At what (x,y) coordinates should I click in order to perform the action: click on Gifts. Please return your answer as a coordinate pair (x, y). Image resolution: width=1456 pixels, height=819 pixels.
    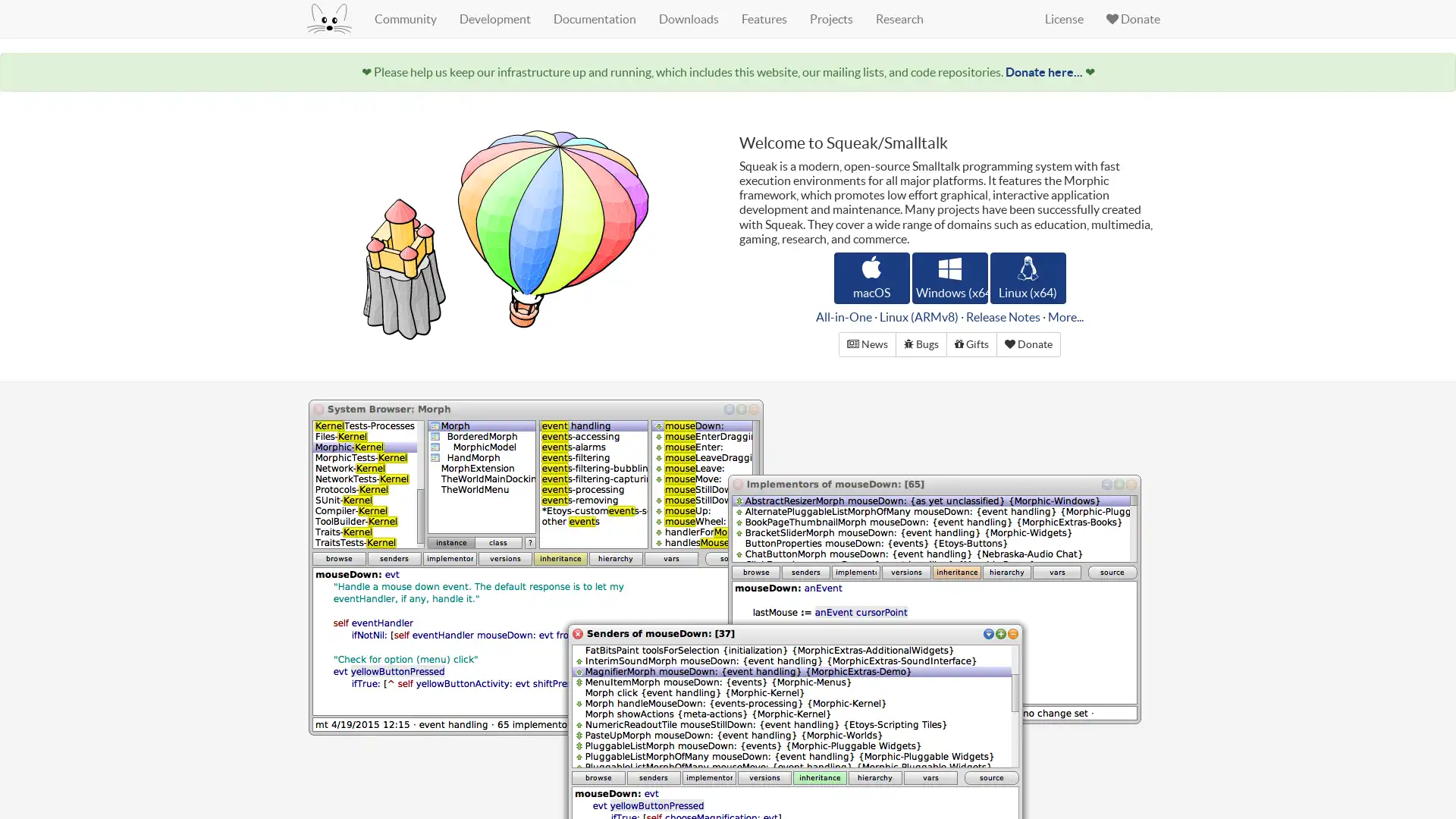
    Looking at the image, I should click on (971, 344).